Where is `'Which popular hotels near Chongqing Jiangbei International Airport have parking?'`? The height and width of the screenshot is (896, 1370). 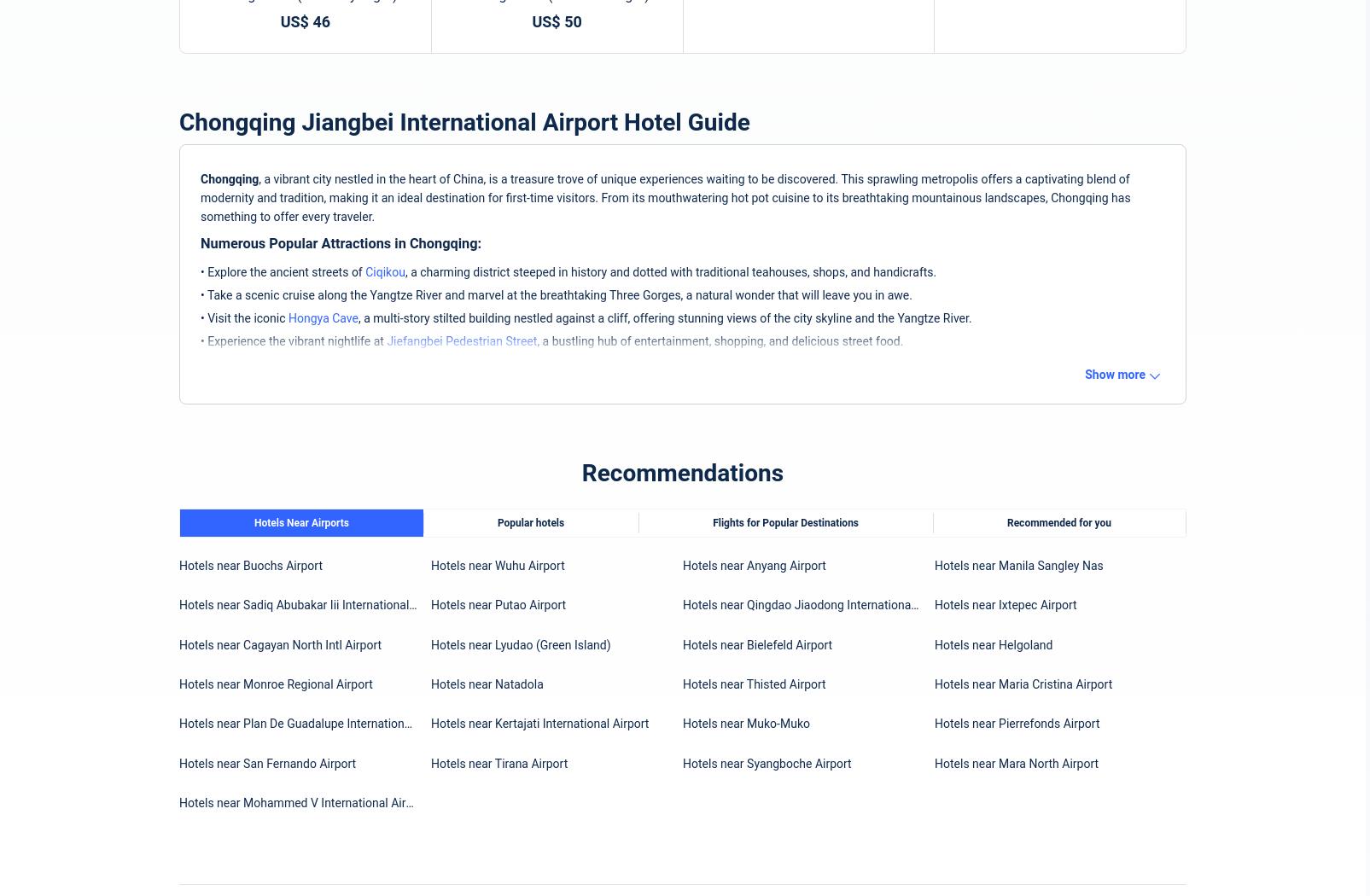 'Which popular hotels near Chongqing Jiangbei International Airport have parking?' is located at coordinates (446, 462).